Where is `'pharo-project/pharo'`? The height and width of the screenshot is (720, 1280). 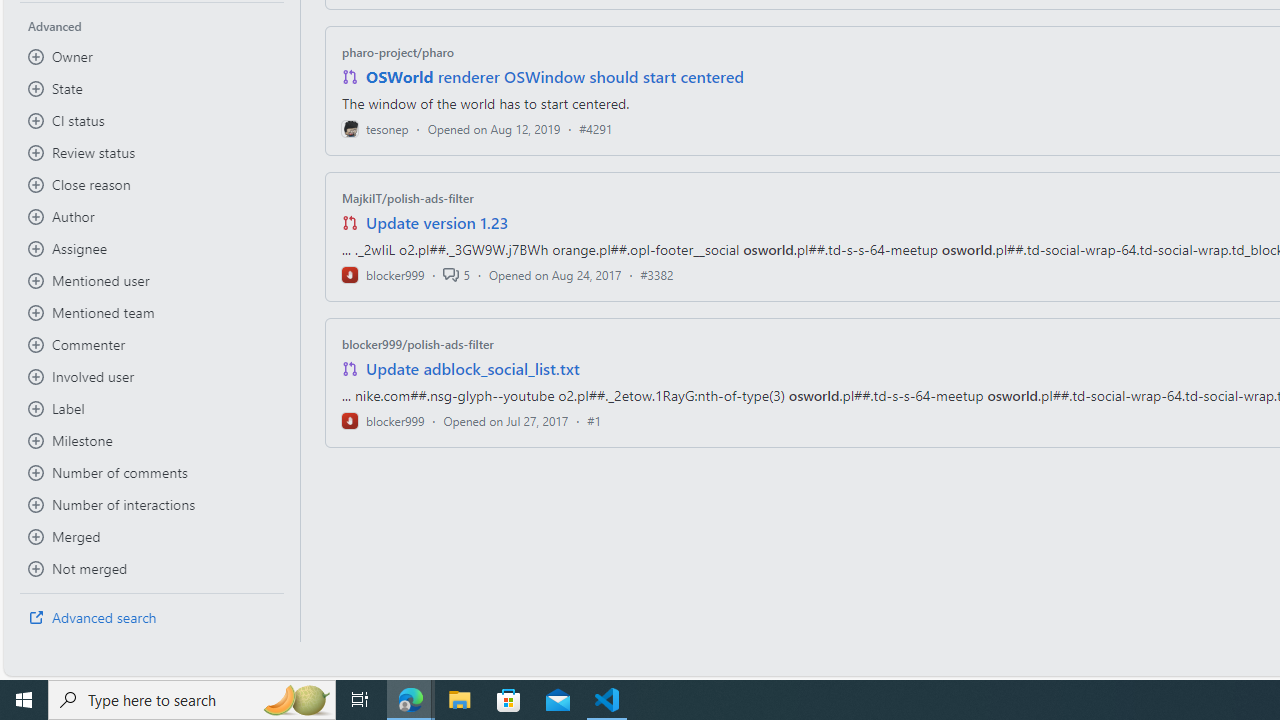 'pharo-project/pharo' is located at coordinates (398, 51).